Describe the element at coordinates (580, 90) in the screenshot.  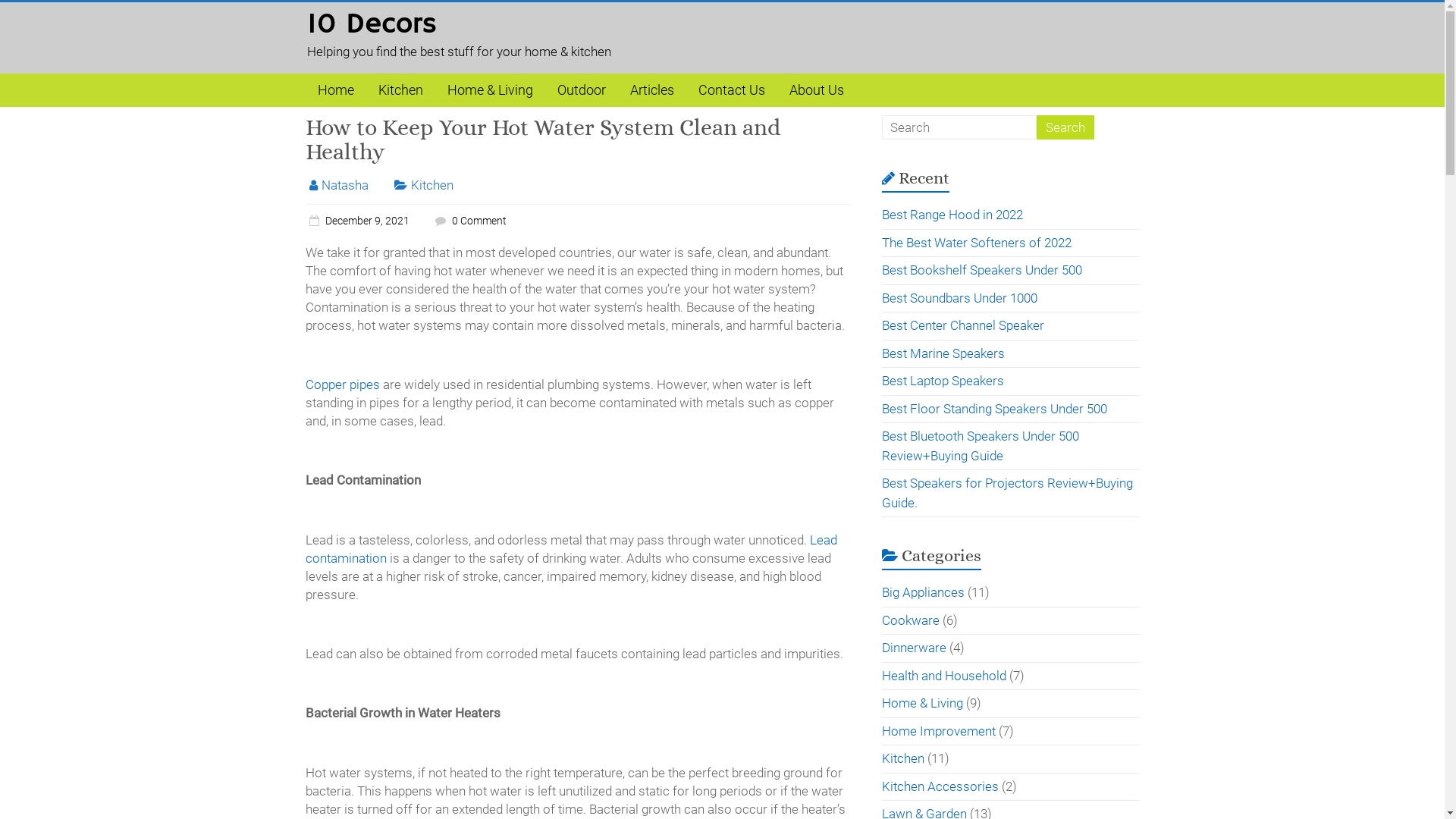
I see `'Outdoor'` at that location.